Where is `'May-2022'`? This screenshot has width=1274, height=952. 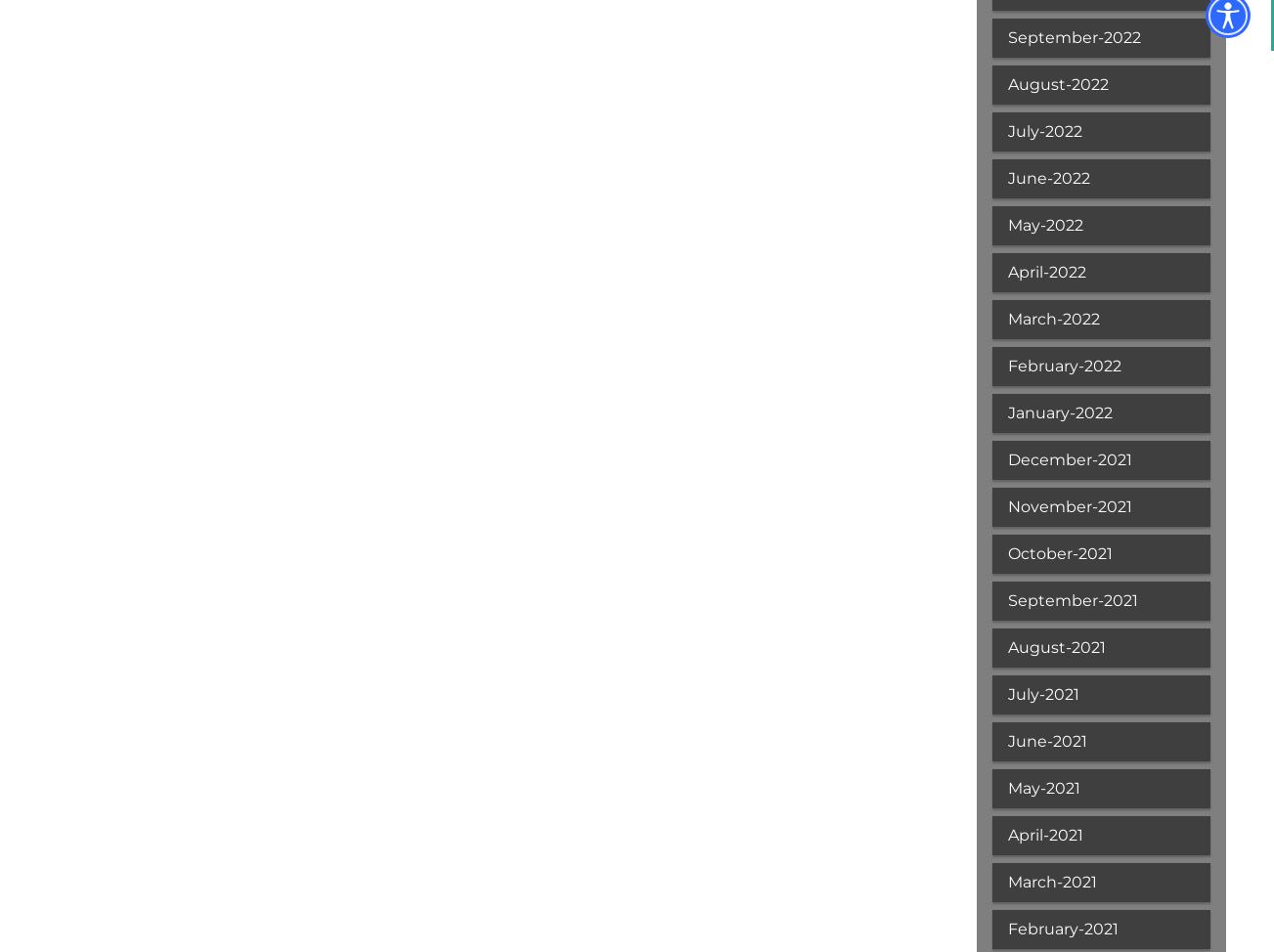
'May-2022' is located at coordinates (1043, 225).